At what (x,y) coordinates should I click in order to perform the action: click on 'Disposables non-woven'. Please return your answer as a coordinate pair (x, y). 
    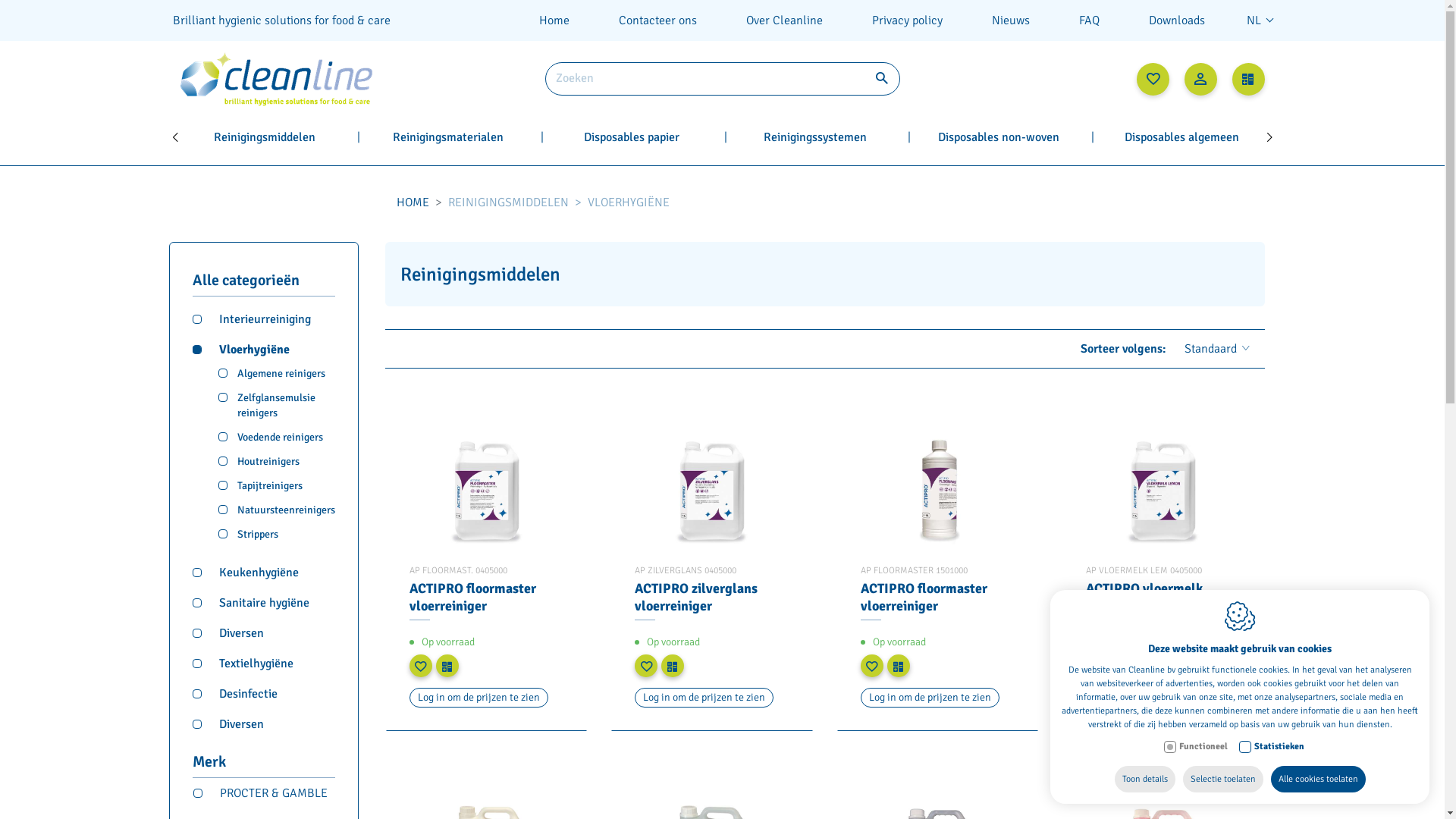
    Looking at the image, I should click on (997, 137).